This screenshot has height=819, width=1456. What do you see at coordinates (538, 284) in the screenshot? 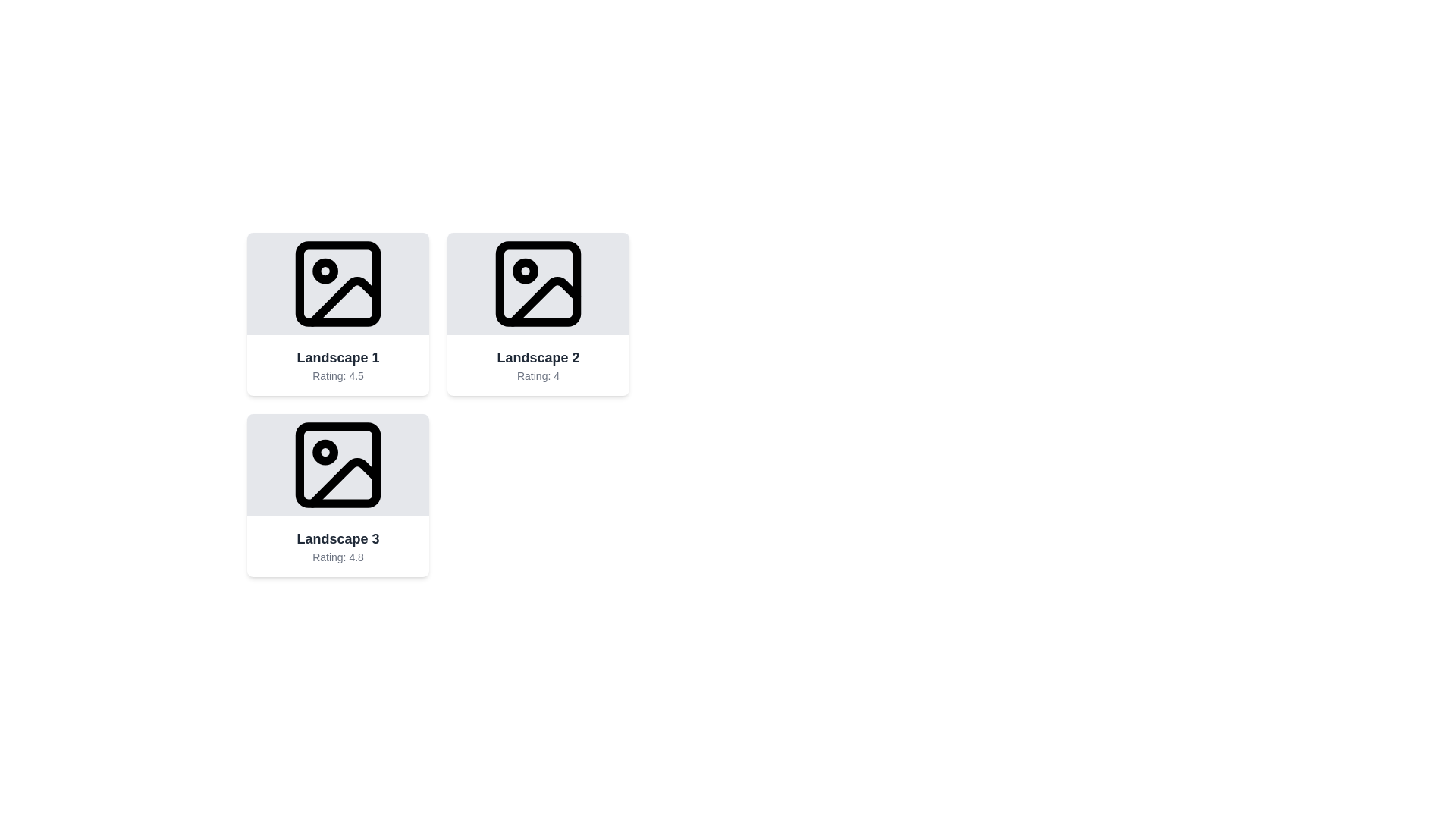
I see `the Image placeholder at the upper part of the card labeled 'Landscape 2', which serves as a visual placeholder for an image or graphical representation` at bounding box center [538, 284].